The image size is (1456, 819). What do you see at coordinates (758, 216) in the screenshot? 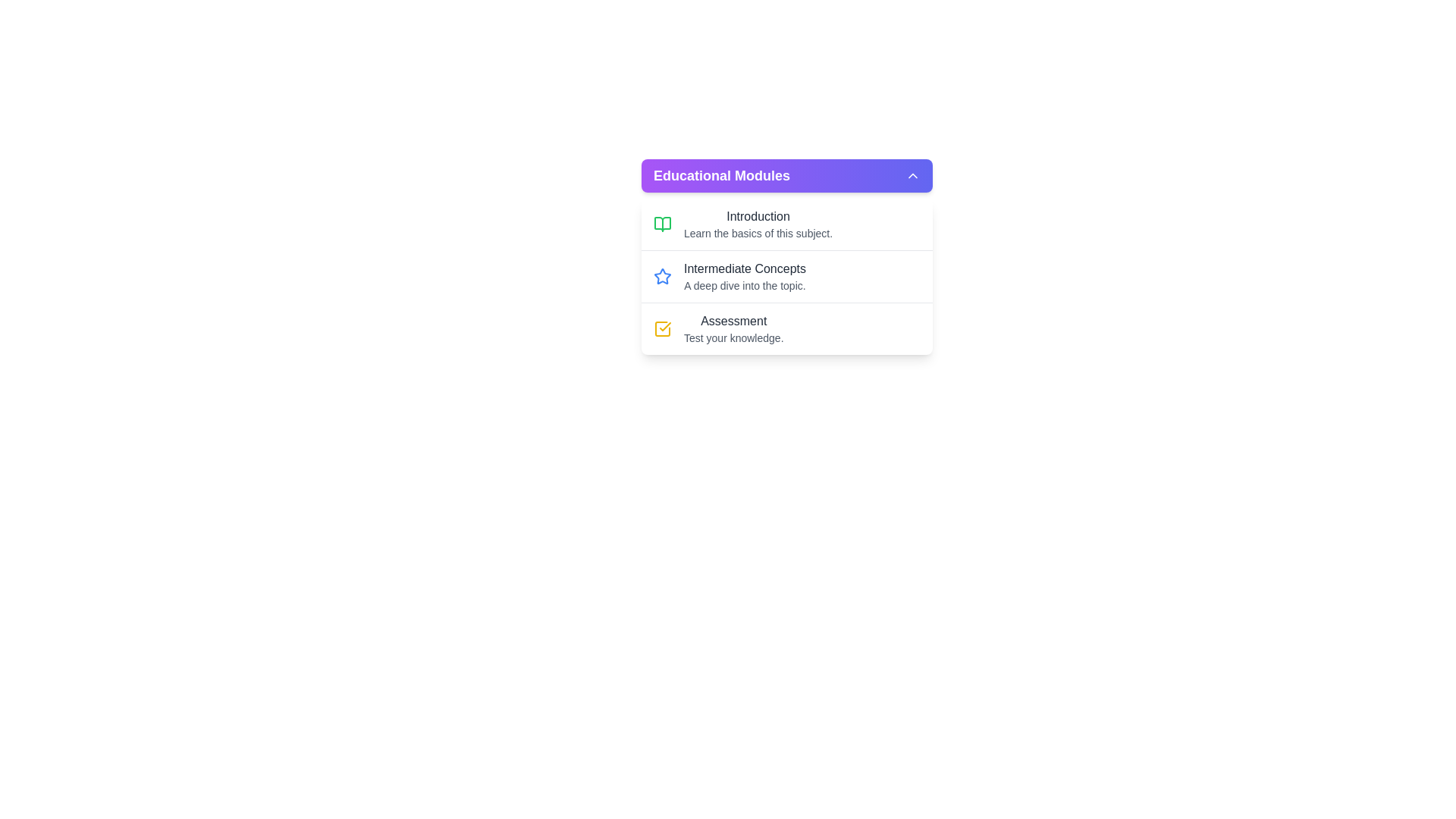
I see `text label displaying 'Introduction' in bold, dark gray color located in the first row of the 'Educational Modules' card` at bounding box center [758, 216].